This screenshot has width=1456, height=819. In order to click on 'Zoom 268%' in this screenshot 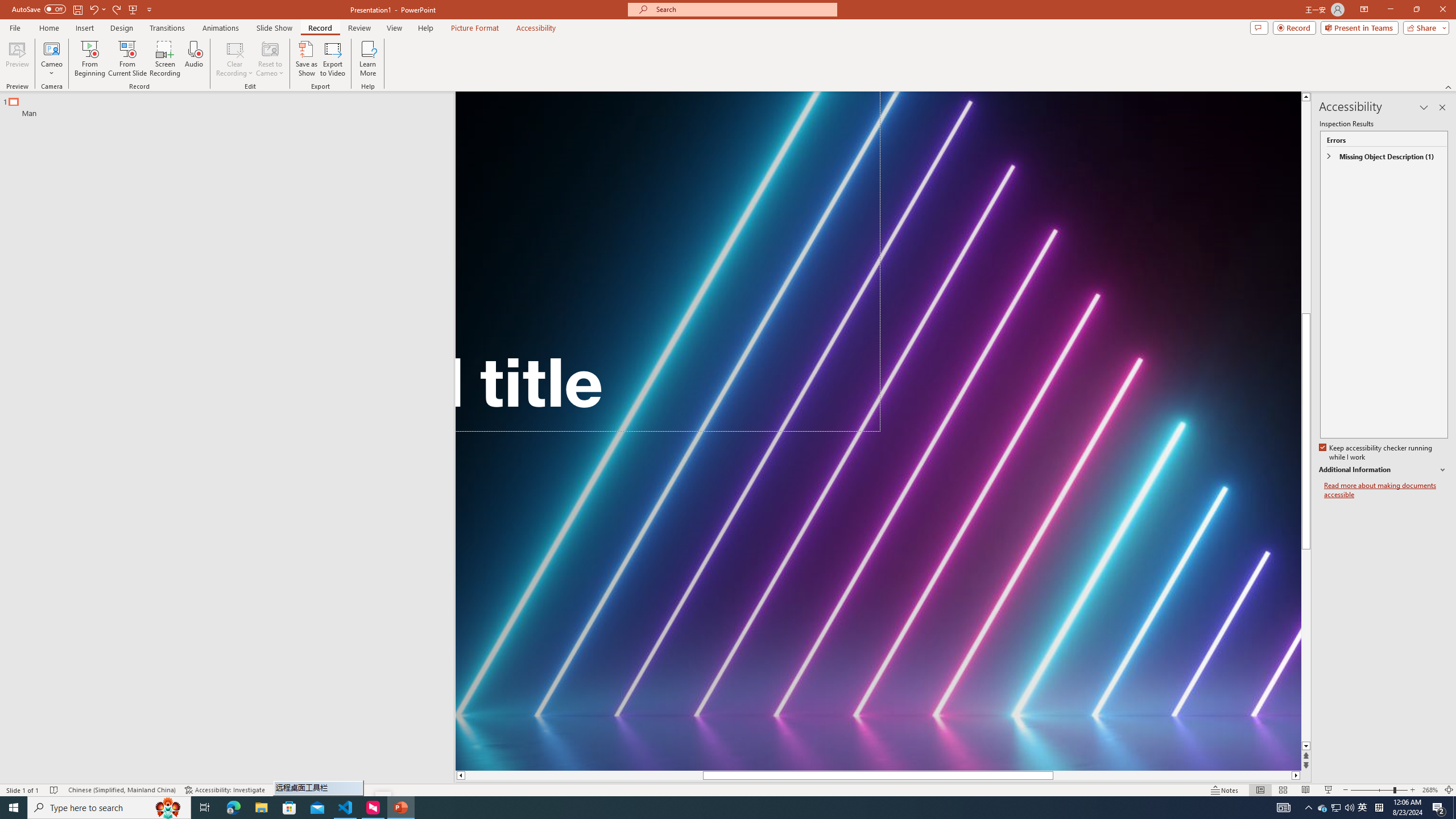, I will do `click(1430, 790)`.